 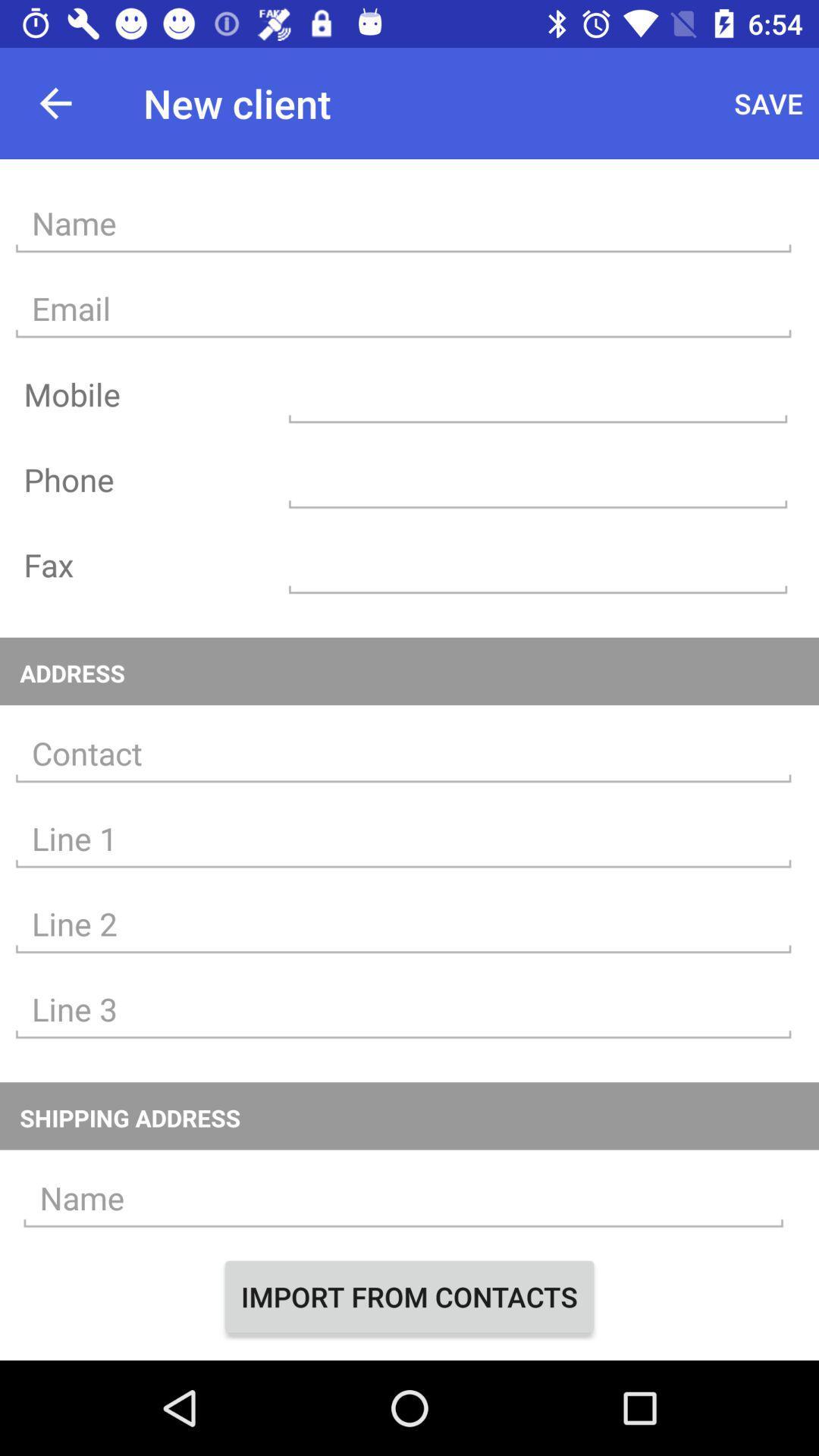 What do you see at coordinates (768, 102) in the screenshot?
I see `the item next to new client item` at bounding box center [768, 102].